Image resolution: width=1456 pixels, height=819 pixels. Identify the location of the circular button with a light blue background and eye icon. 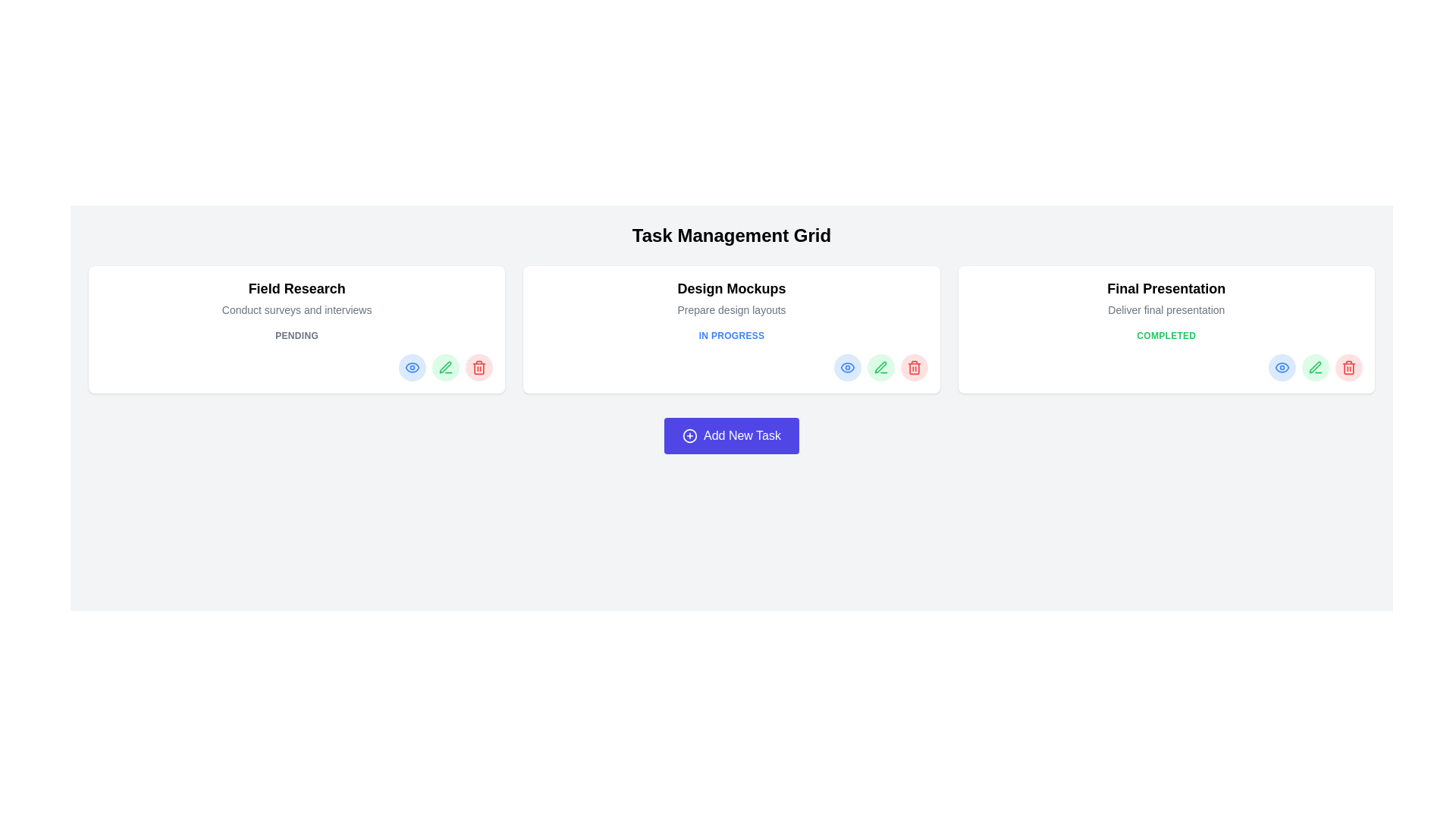
(846, 368).